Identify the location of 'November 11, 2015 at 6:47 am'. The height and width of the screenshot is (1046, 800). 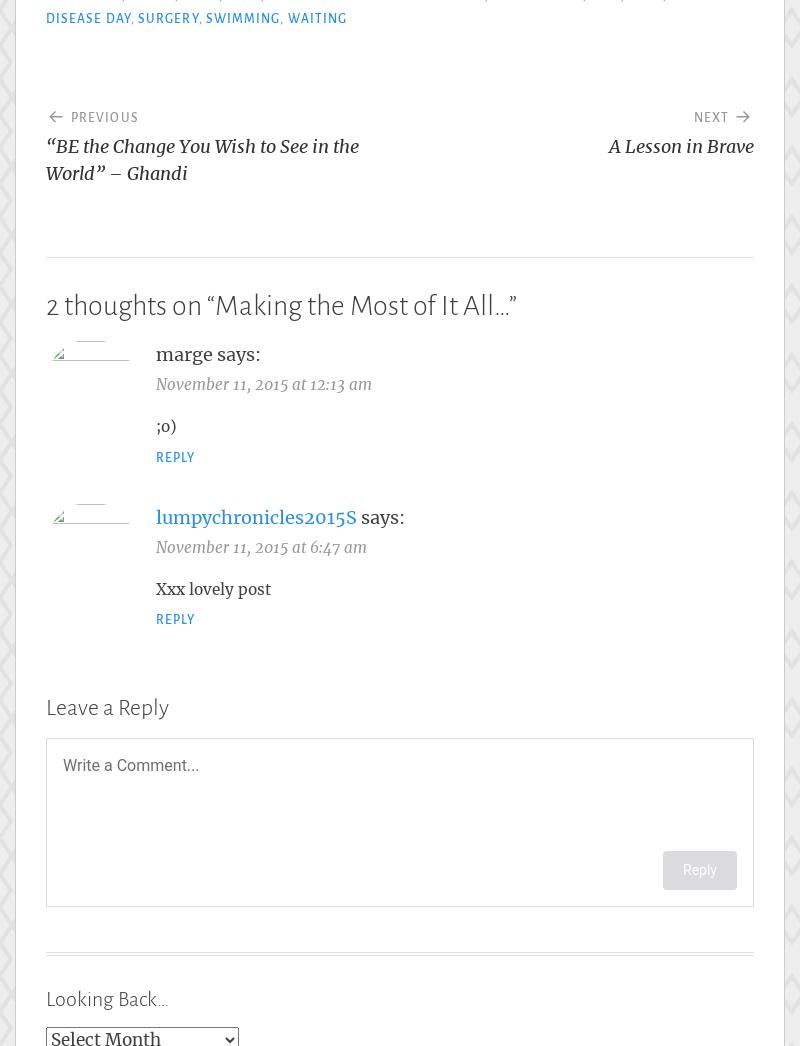
(156, 545).